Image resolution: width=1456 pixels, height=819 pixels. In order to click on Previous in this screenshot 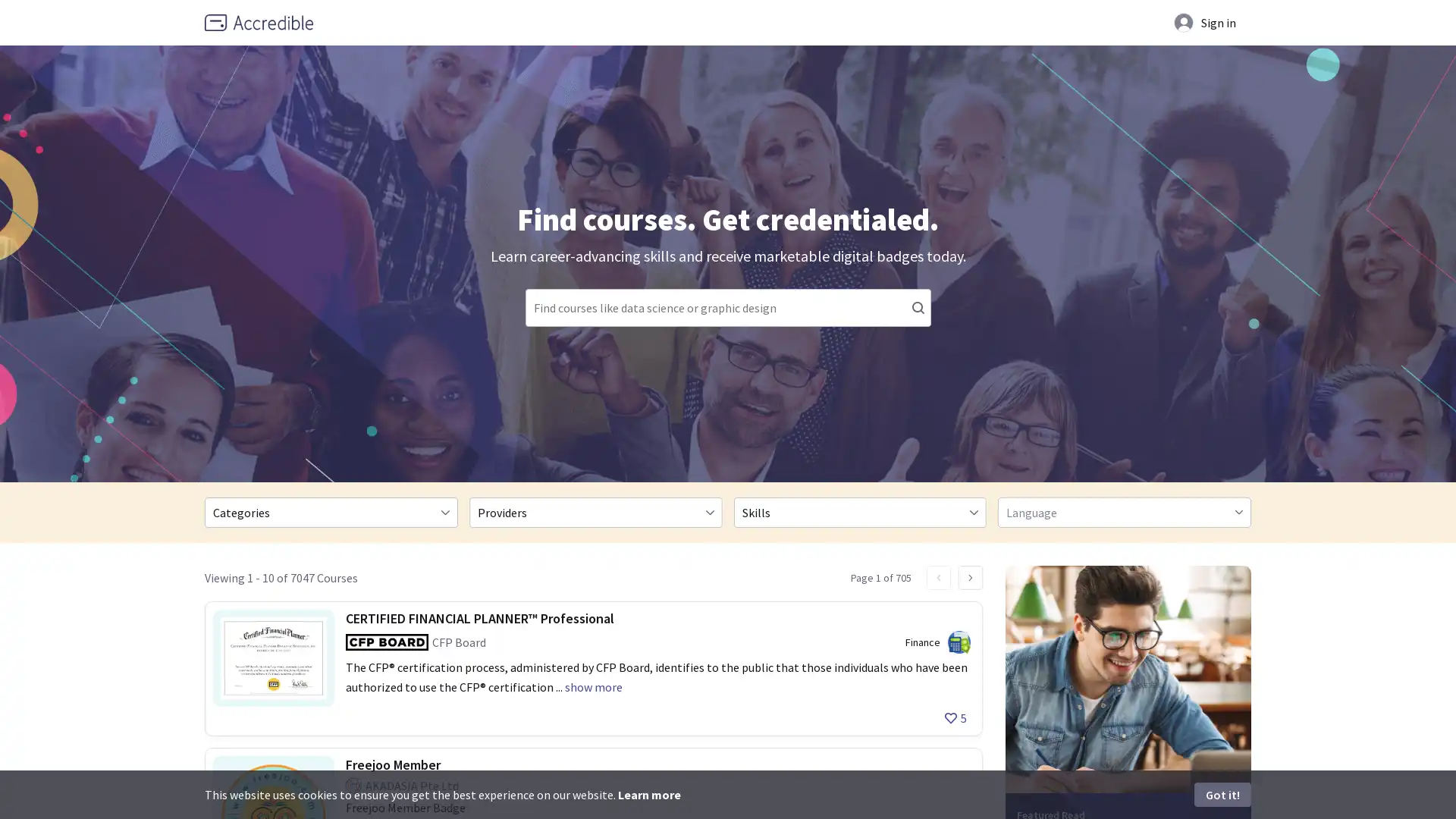, I will do `click(938, 578)`.